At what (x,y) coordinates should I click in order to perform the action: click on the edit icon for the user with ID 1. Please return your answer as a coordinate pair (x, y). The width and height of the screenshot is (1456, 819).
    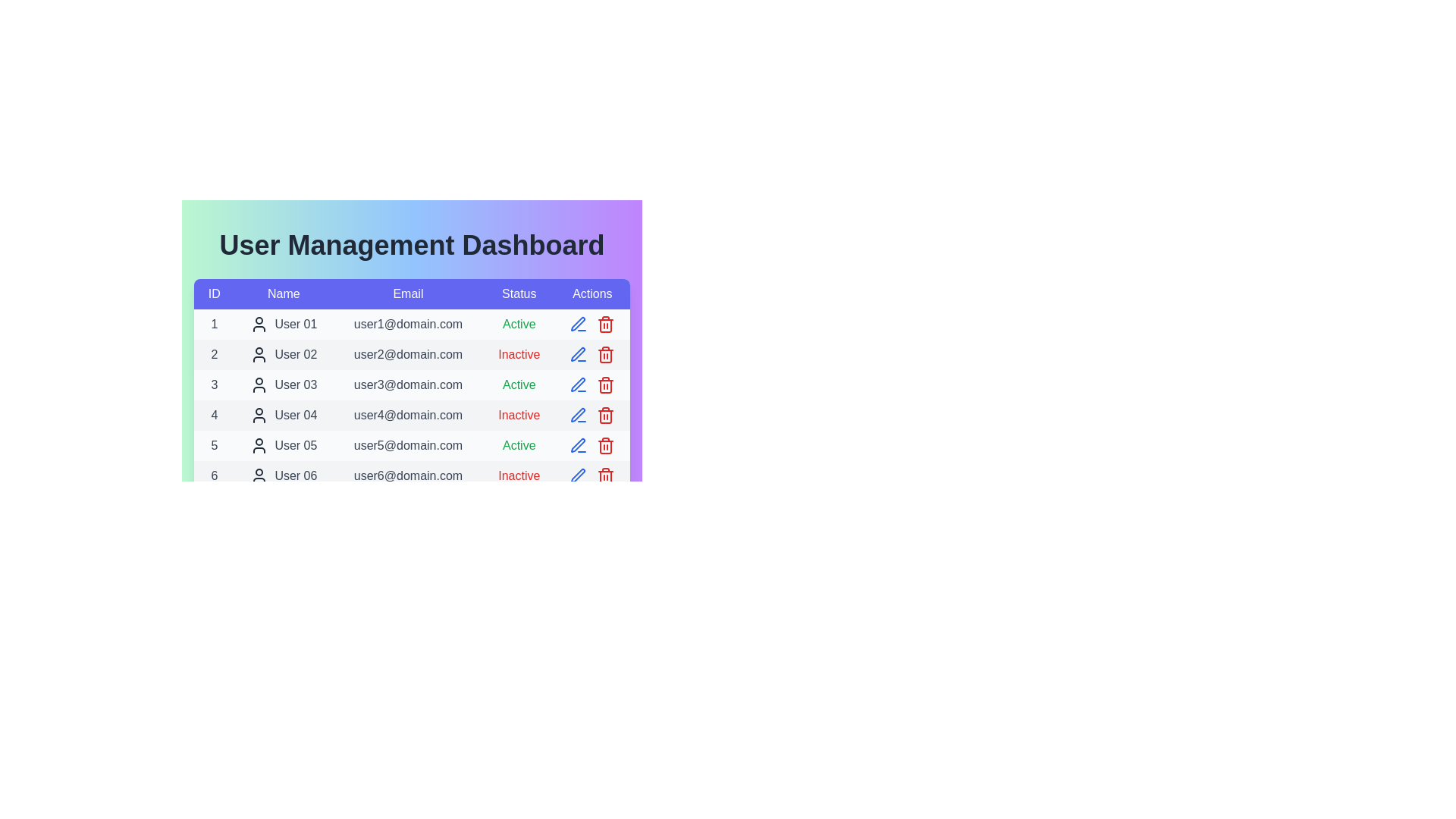
    Looking at the image, I should click on (578, 324).